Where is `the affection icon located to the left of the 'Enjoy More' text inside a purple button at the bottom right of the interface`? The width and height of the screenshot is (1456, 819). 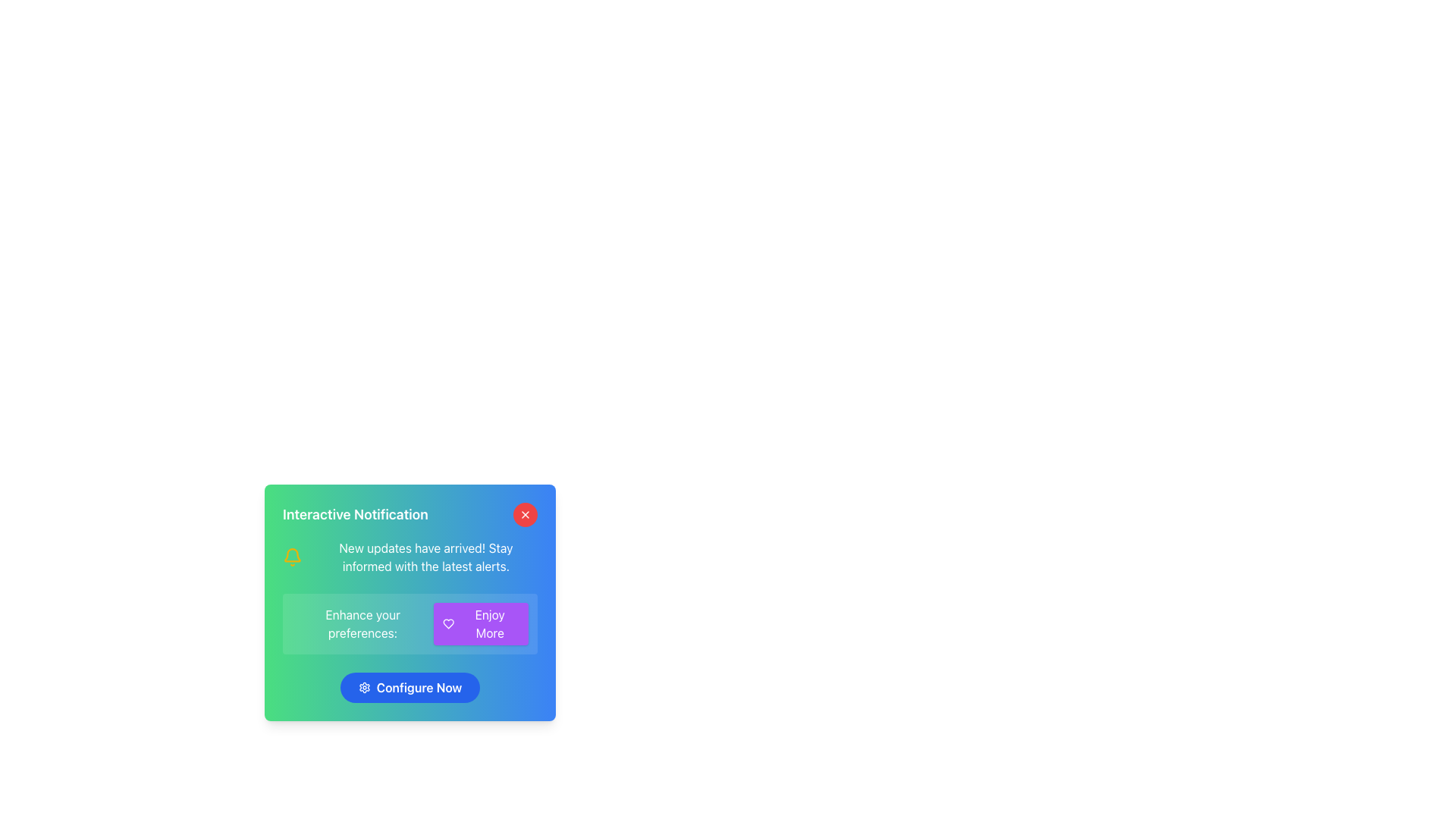
the affection icon located to the left of the 'Enjoy More' text inside a purple button at the bottom right of the interface is located at coordinates (447, 623).